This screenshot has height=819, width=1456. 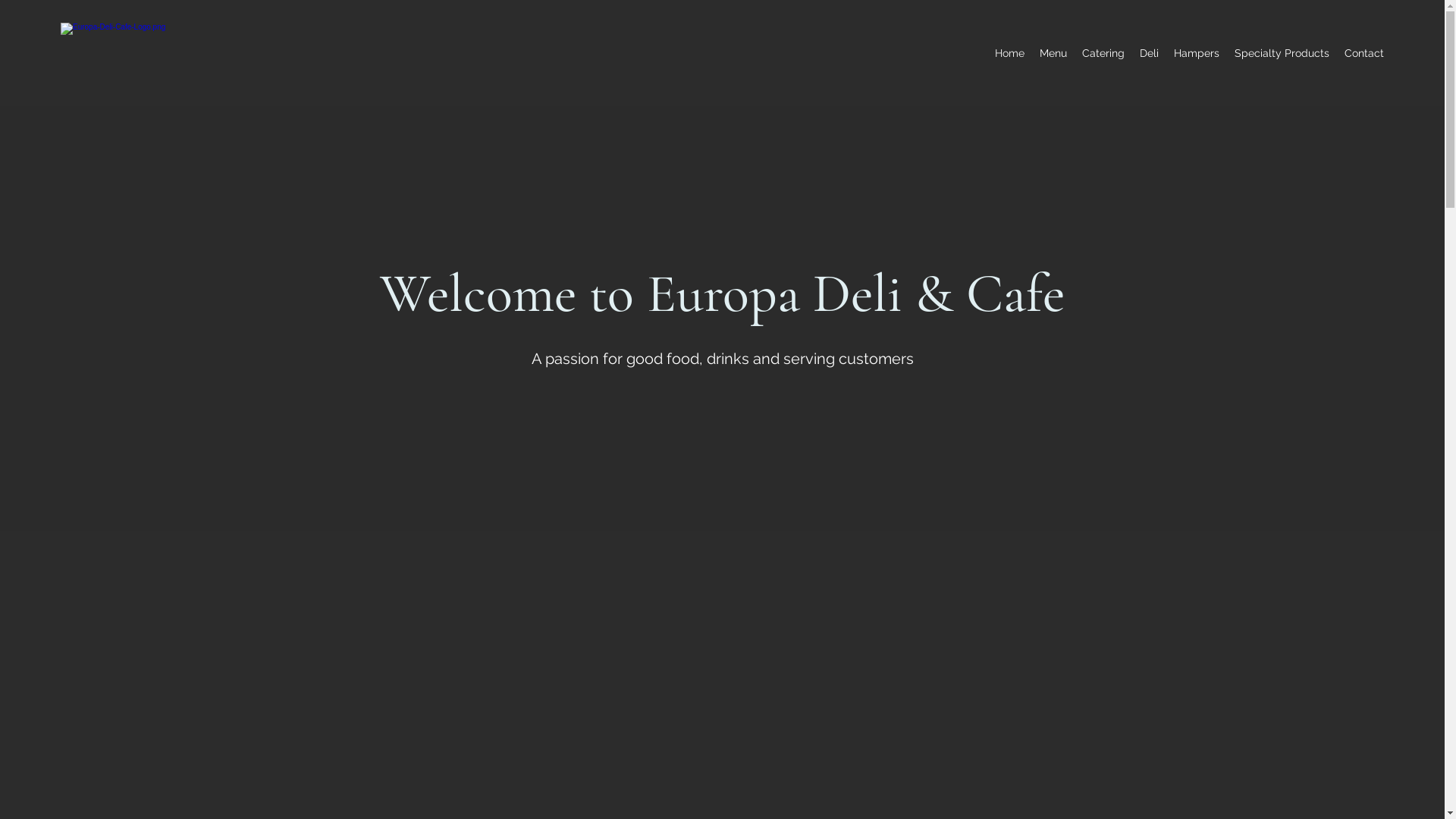 I want to click on 'Catering', so click(x=1103, y=52).